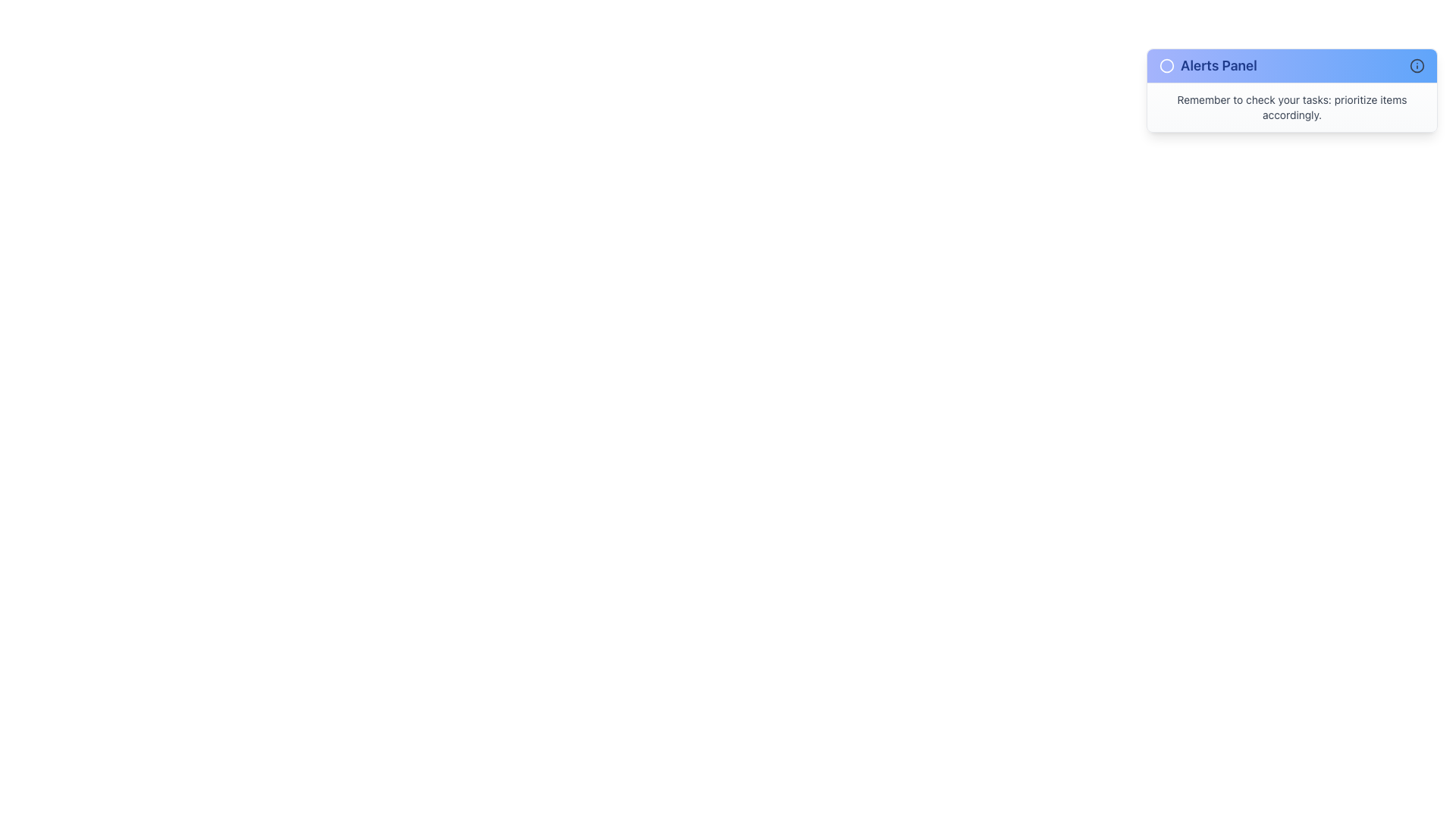  I want to click on the text 'Alerts Panel' in the blue gradient header bar, so click(1207, 65).